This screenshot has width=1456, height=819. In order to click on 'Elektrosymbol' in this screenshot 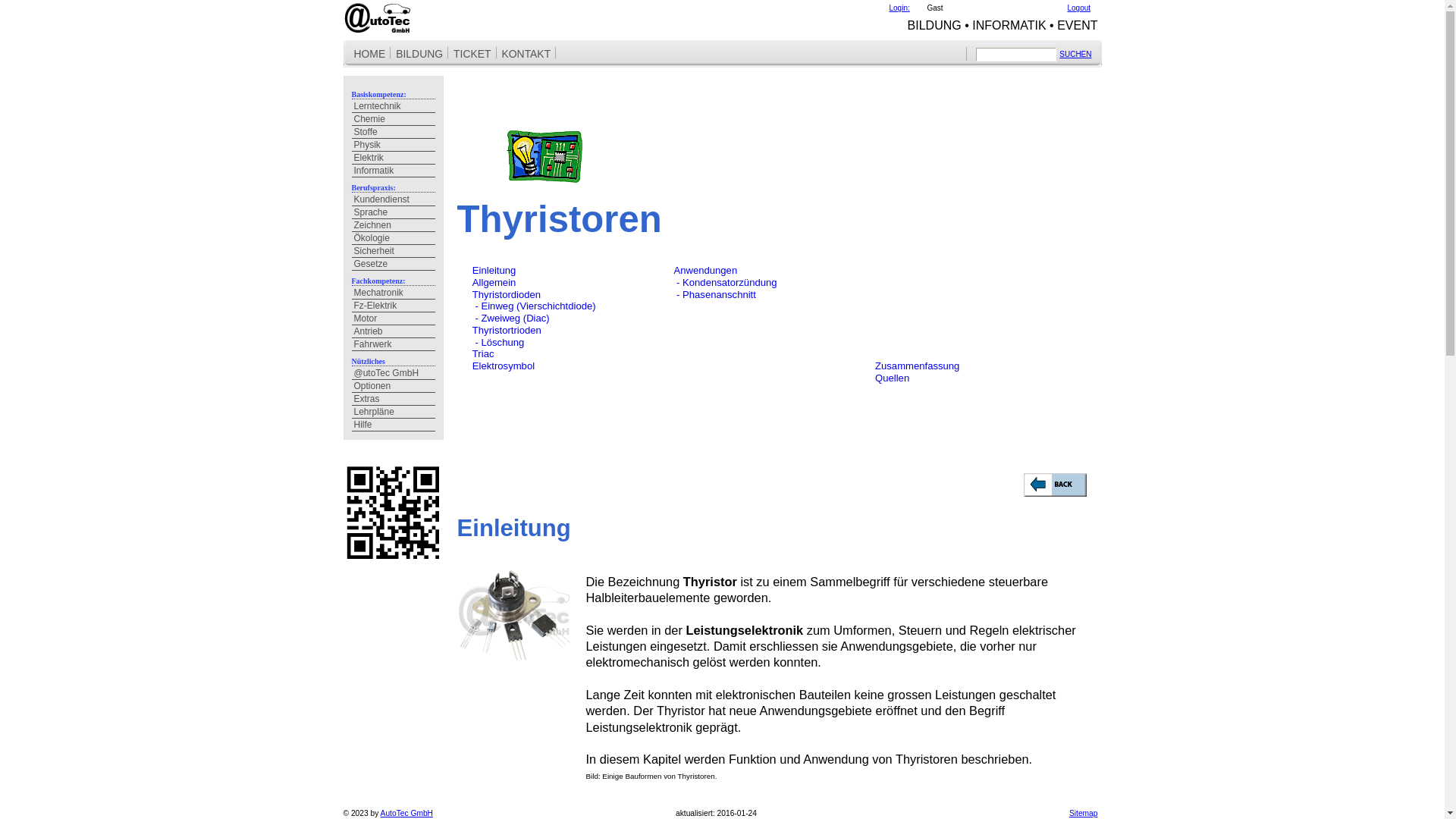, I will do `click(503, 366)`.